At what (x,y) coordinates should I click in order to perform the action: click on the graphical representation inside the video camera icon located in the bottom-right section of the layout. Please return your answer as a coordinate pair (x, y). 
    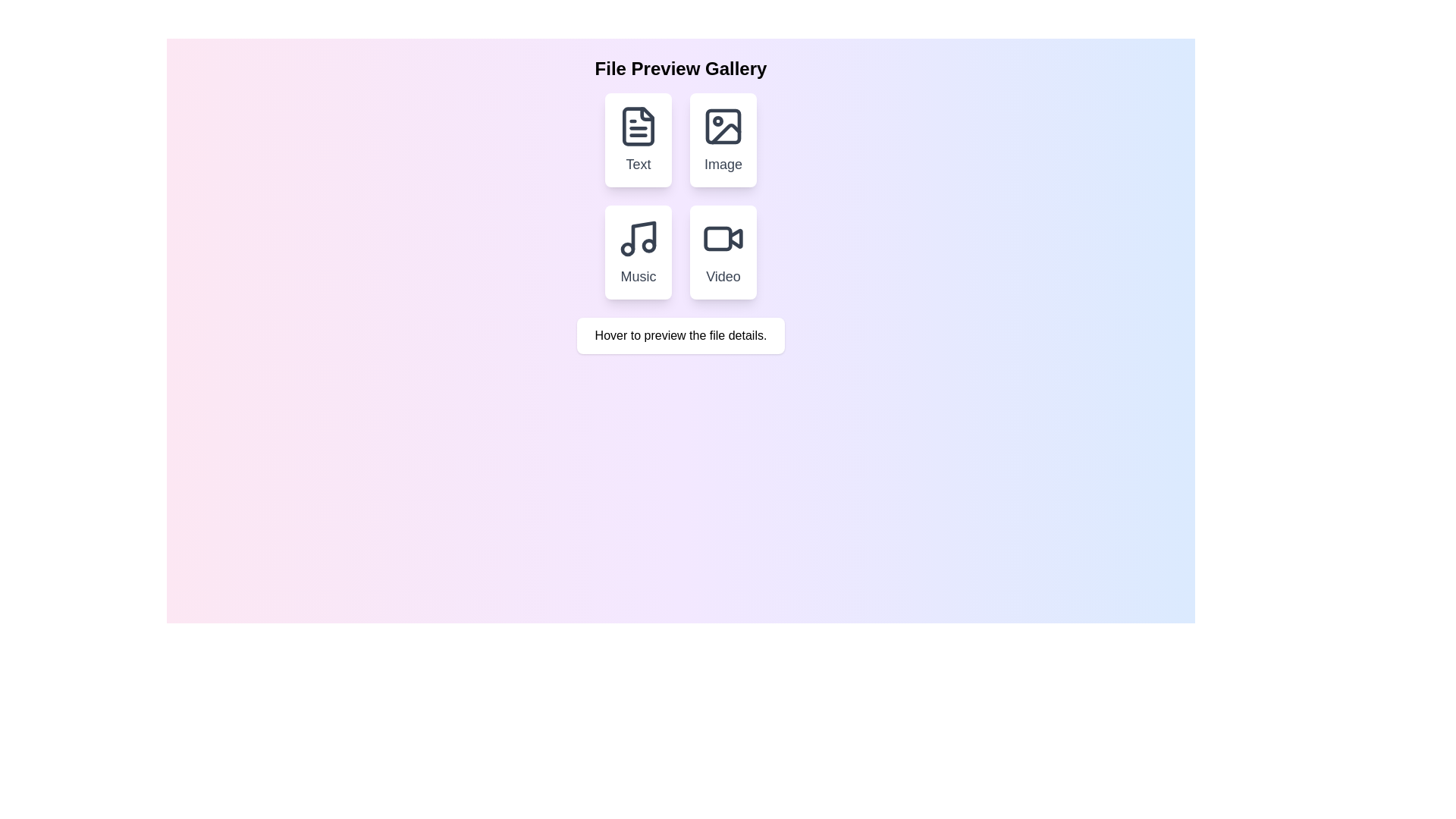
    Looking at the image, I should click on (717, 239).